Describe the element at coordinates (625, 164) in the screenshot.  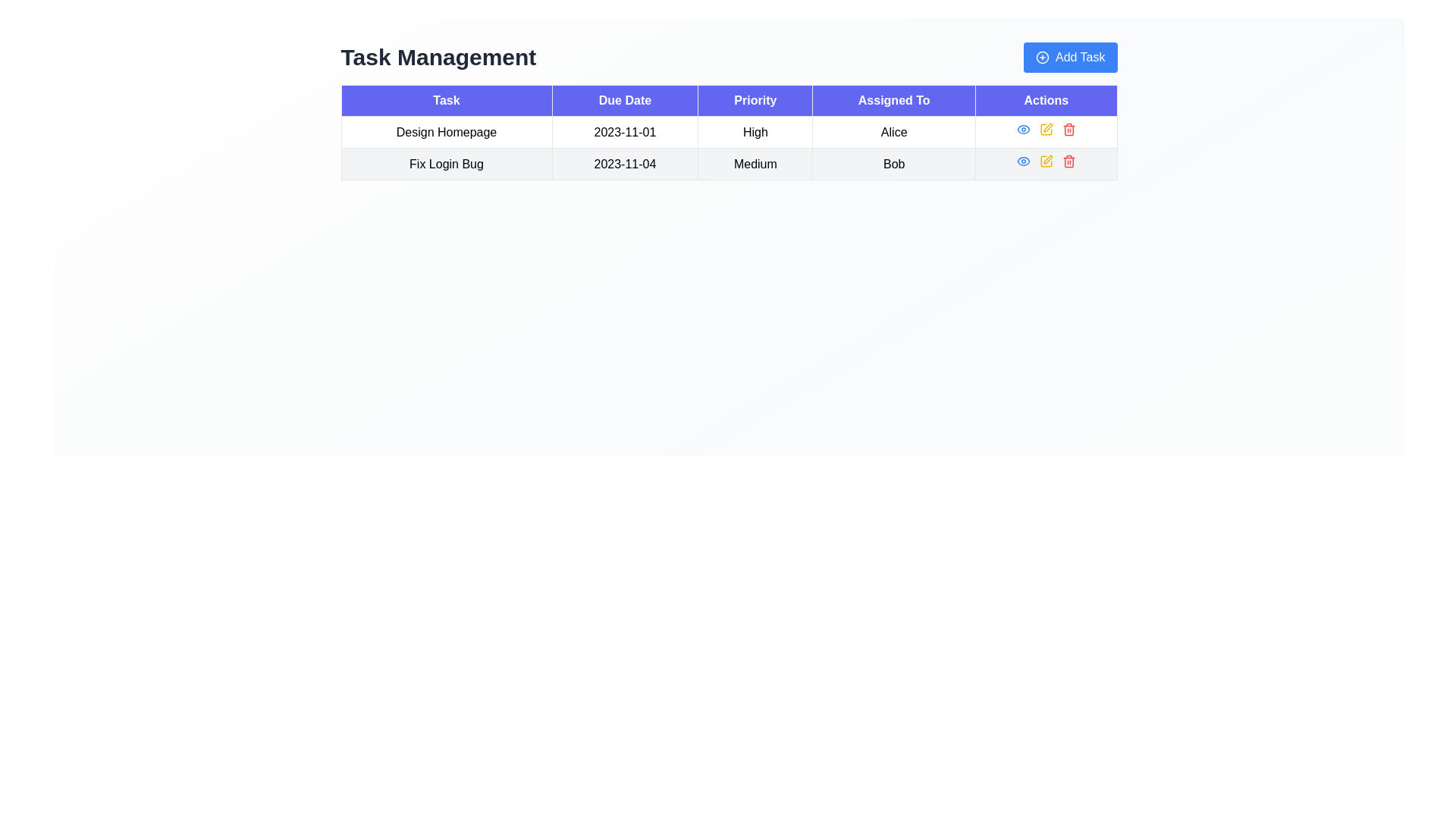
I see `the text label displaying the date '2023-11-04' which is located in the second row and second column under the 'Due Date' column for the task 'Fix Login Bug'` at that location.